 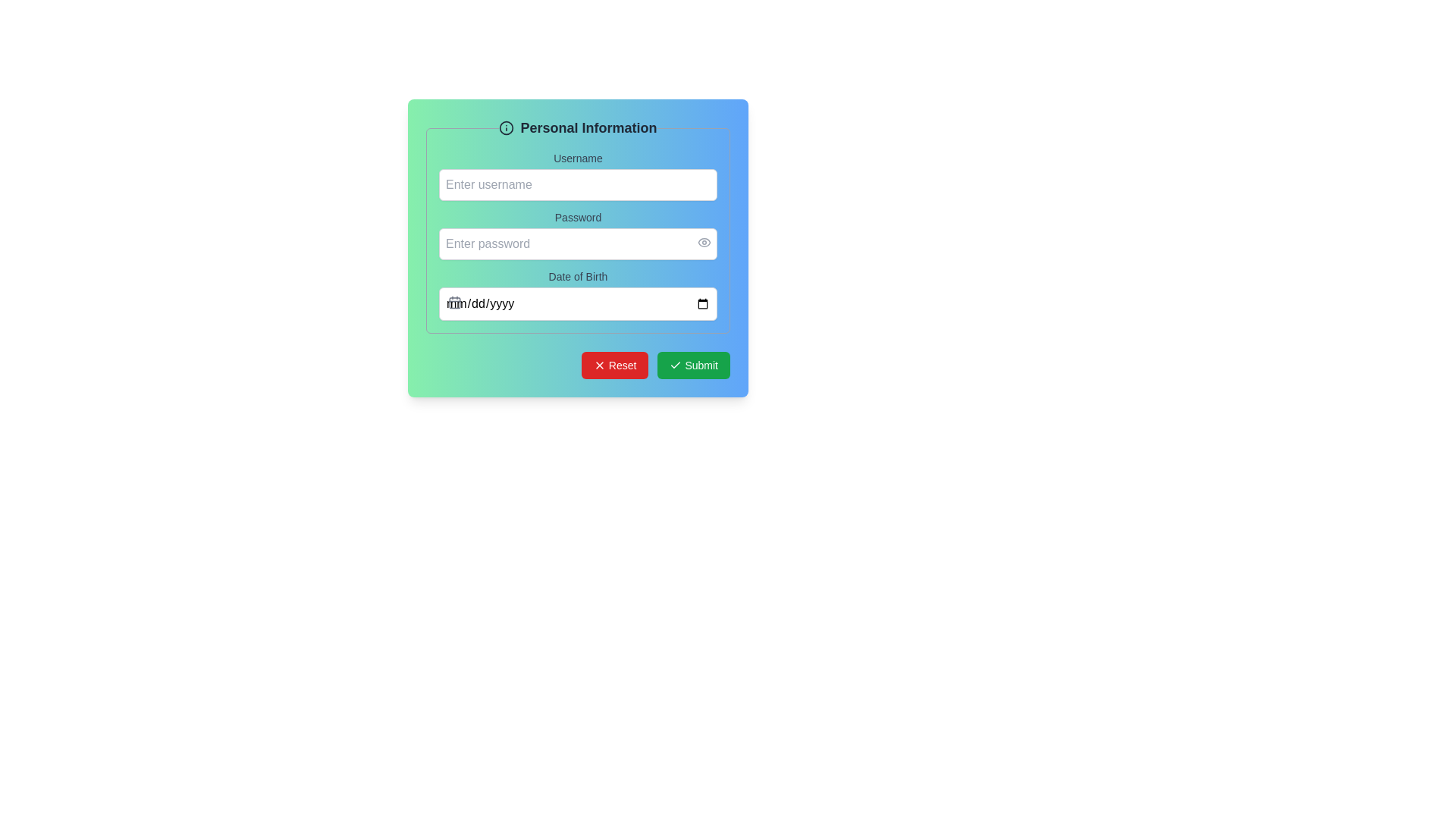 I want to click on the text label that reads 'Username', which is styled with a medium-sized, gray-colored font and is located at the top of the 'Personal Information' form, positioned directly above the 'Enter username' text input field, so click(x=577, y=158).